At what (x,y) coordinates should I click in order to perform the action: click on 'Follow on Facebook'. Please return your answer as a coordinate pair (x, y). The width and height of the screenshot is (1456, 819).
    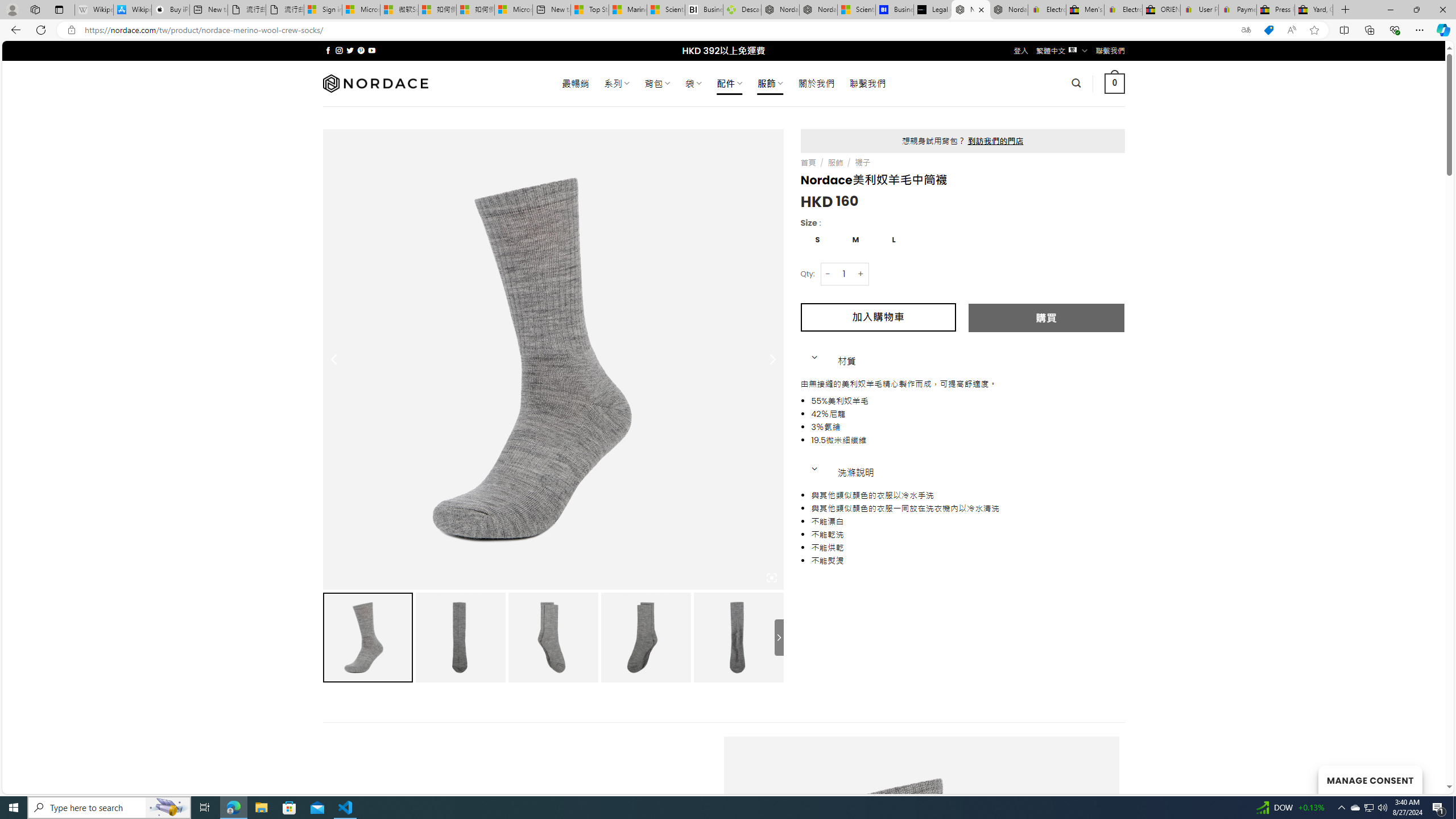
    Looking at the image, I should click on (328, 50).